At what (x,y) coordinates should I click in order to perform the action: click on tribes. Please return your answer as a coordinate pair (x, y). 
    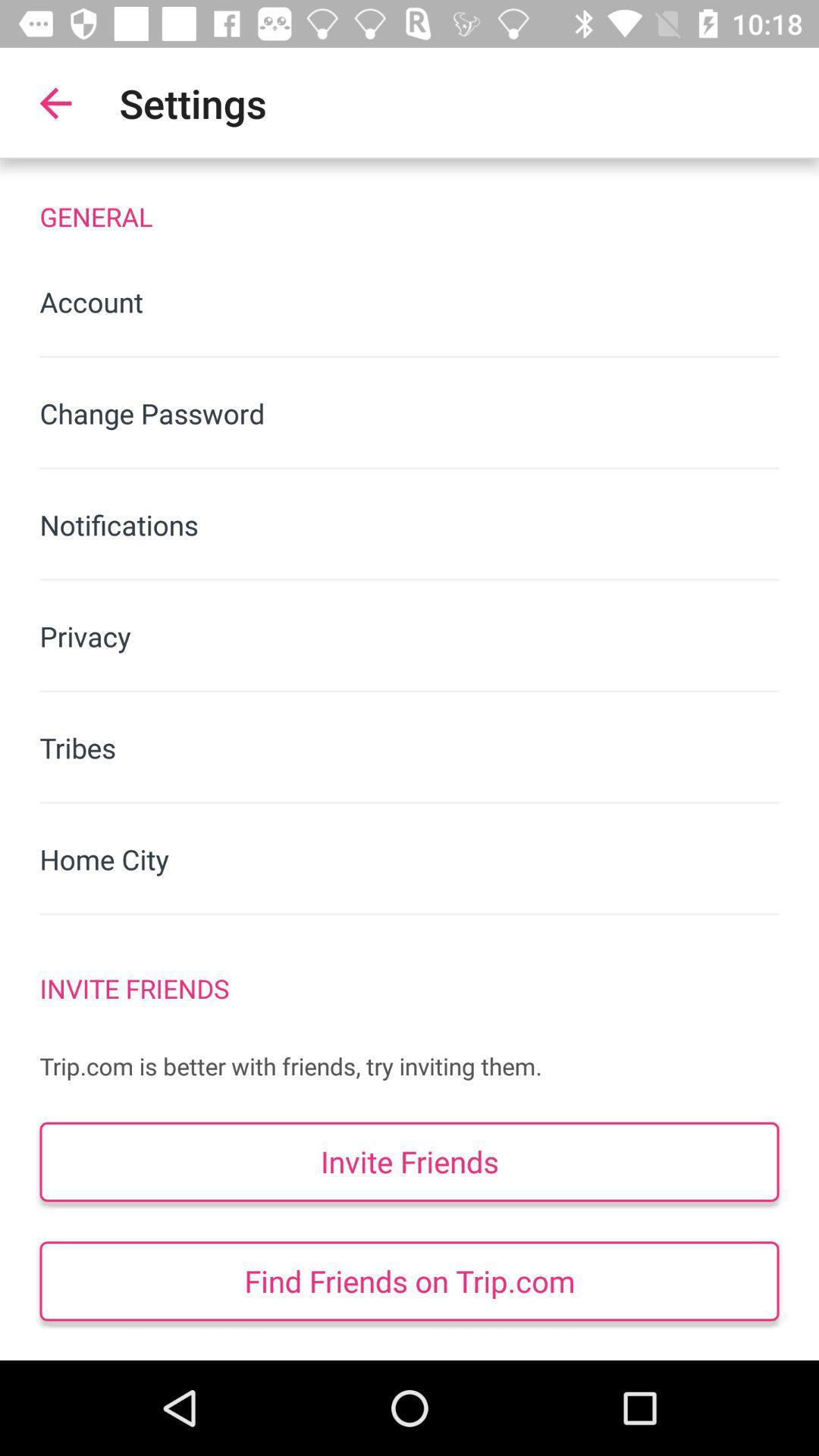
    Looking at the image, I should click on (409, 748).